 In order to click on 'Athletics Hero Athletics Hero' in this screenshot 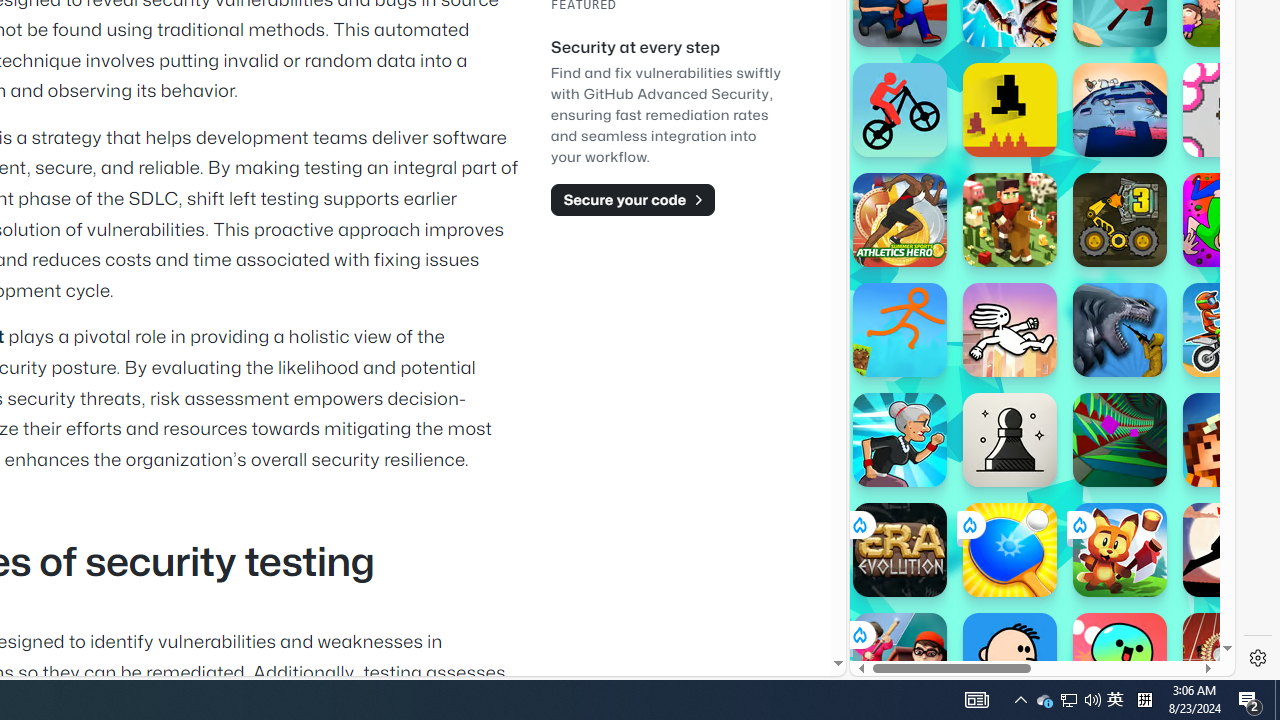, I will do `click(898, 219)`.